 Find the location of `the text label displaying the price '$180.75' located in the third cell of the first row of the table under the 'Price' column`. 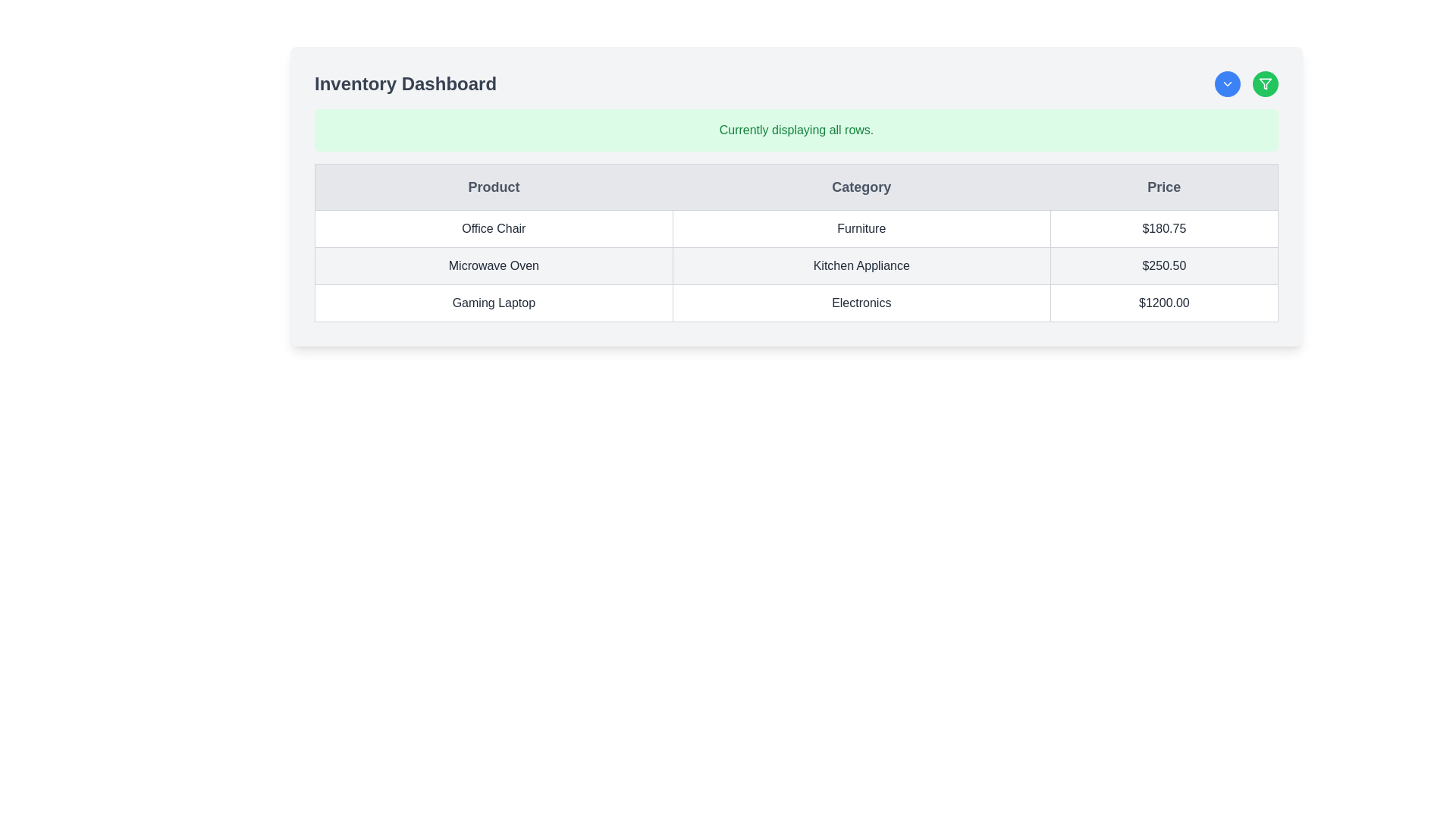

the text label displaying the price '$180.75' located in the third cell of the first row of the table under the 'Price' column is located at coordinates (1163, 228).